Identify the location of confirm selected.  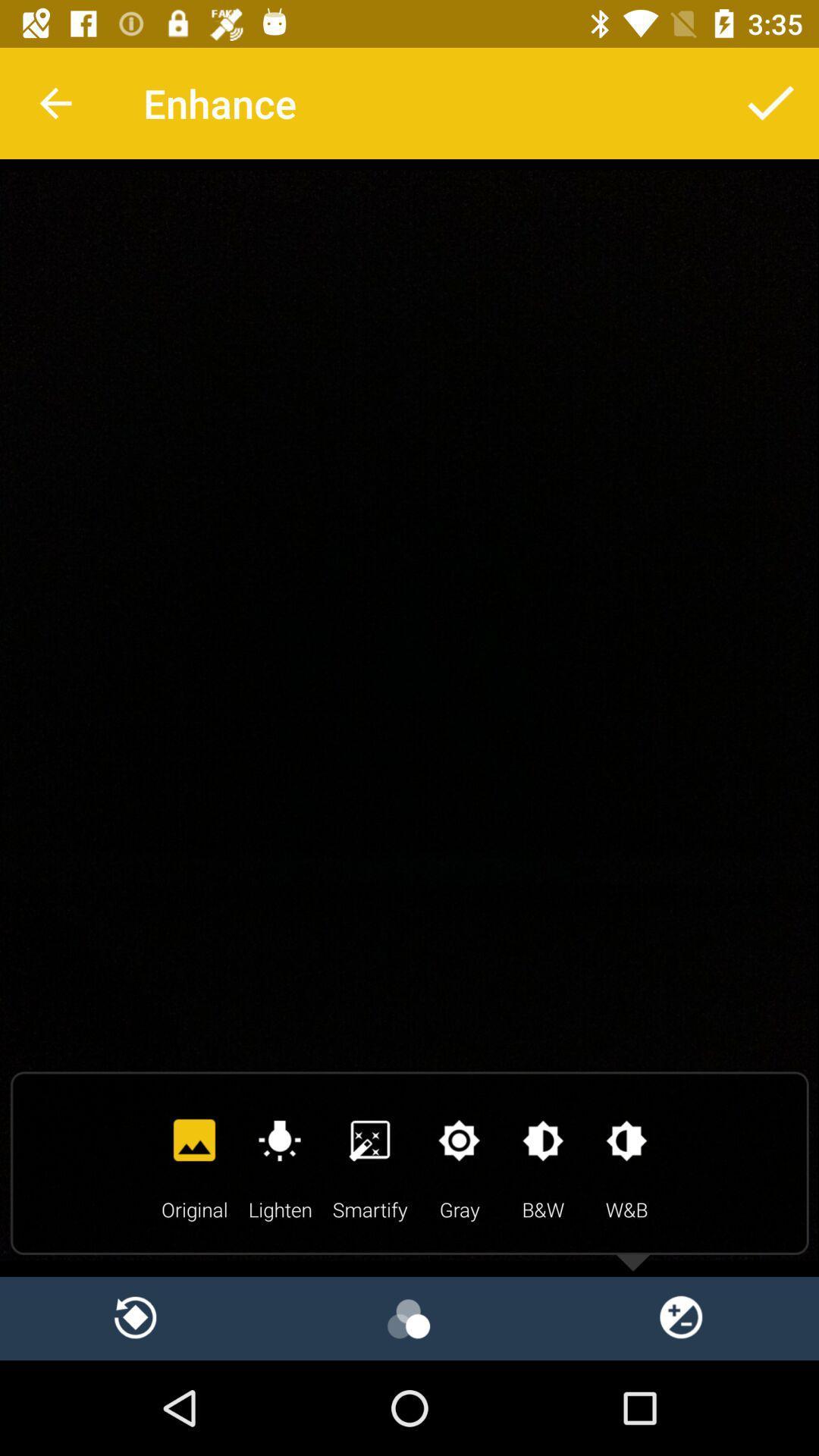
(771, 102).